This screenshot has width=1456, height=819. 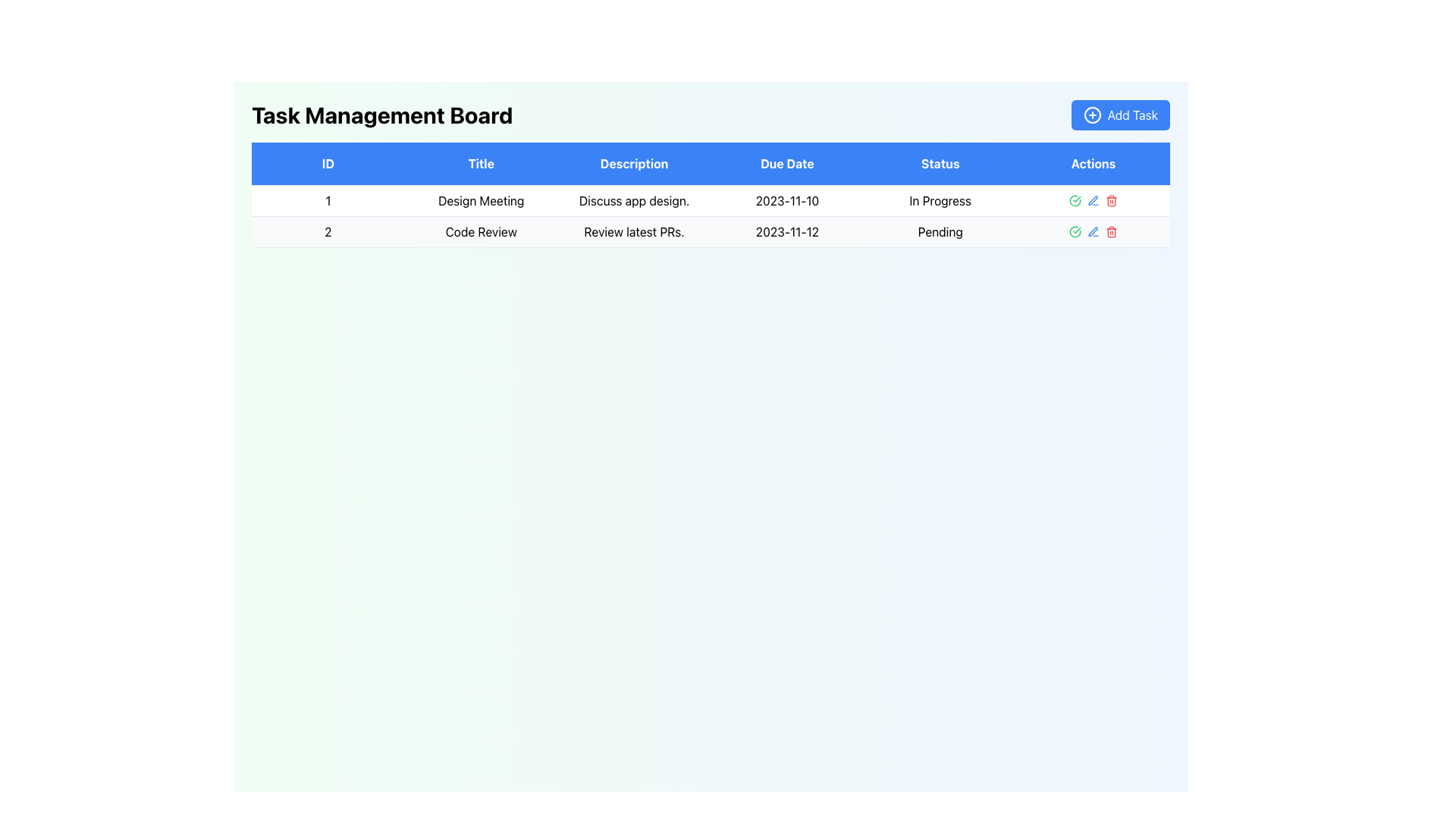 What do you see at coordinates (634, 200) in the screenshot?
I see `the text element containing 'Discuss app design.' in the 'Description' column of the first row` at bounding box center [634, 200].